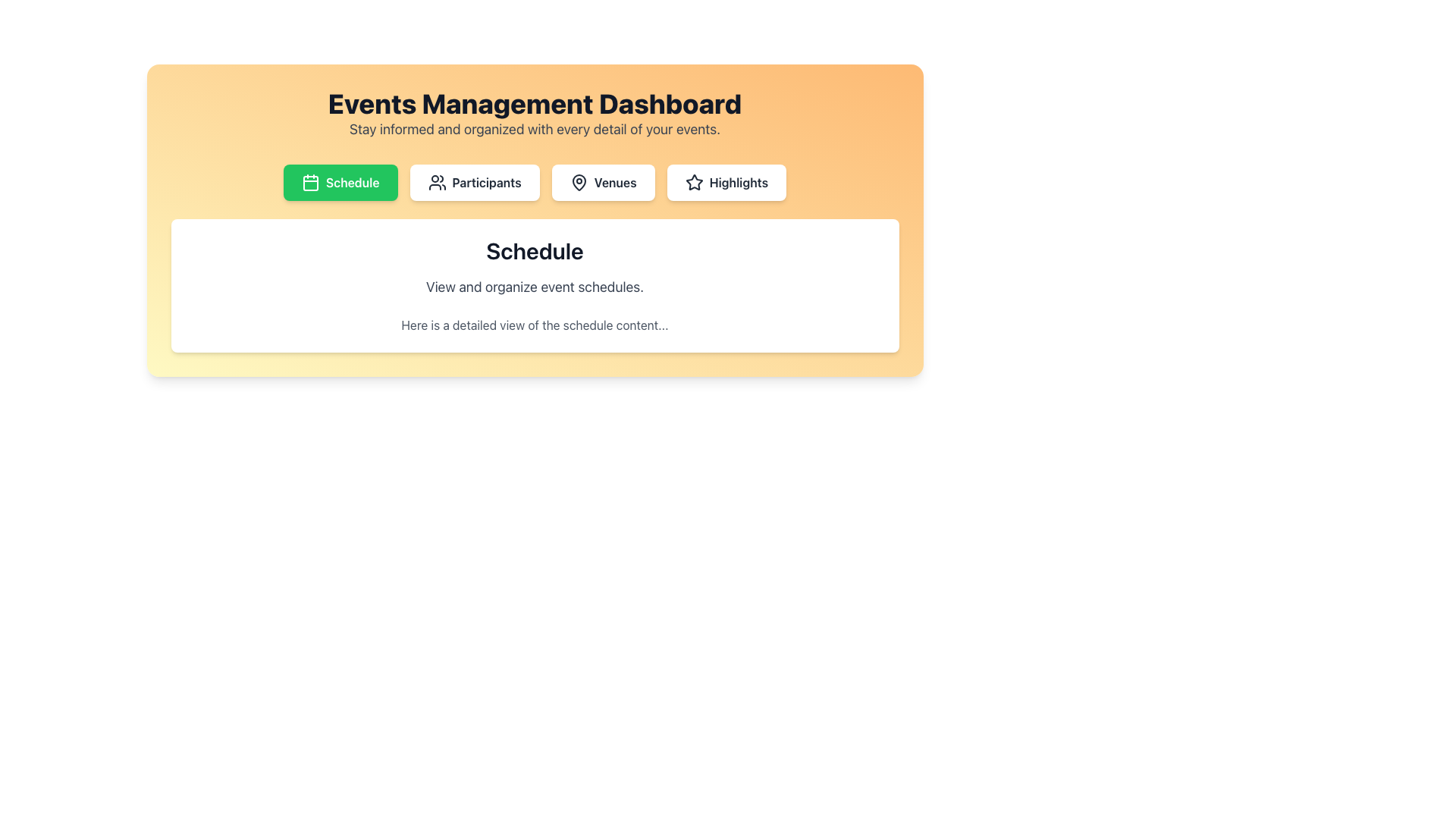  I want to click on the star icon located within the Highlights button on the Events Management Dashboard interface, which visually represents the 'Highlights' section, so click(693, 181).